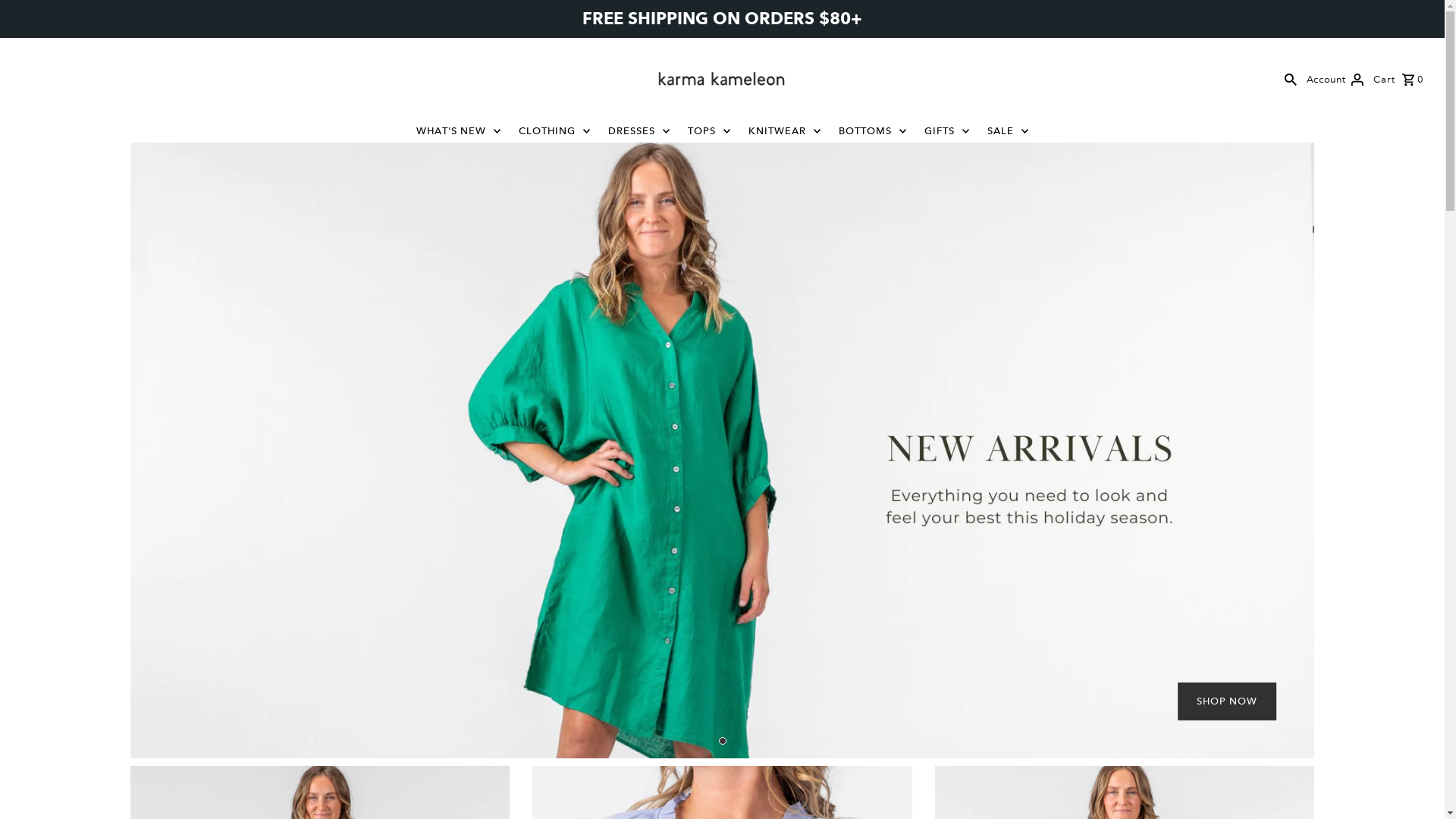 This screenshot has width=1456, height=819. Describe the element at coordinates (679, 130) in the screenshot. I see `'TOPS'` at that location.